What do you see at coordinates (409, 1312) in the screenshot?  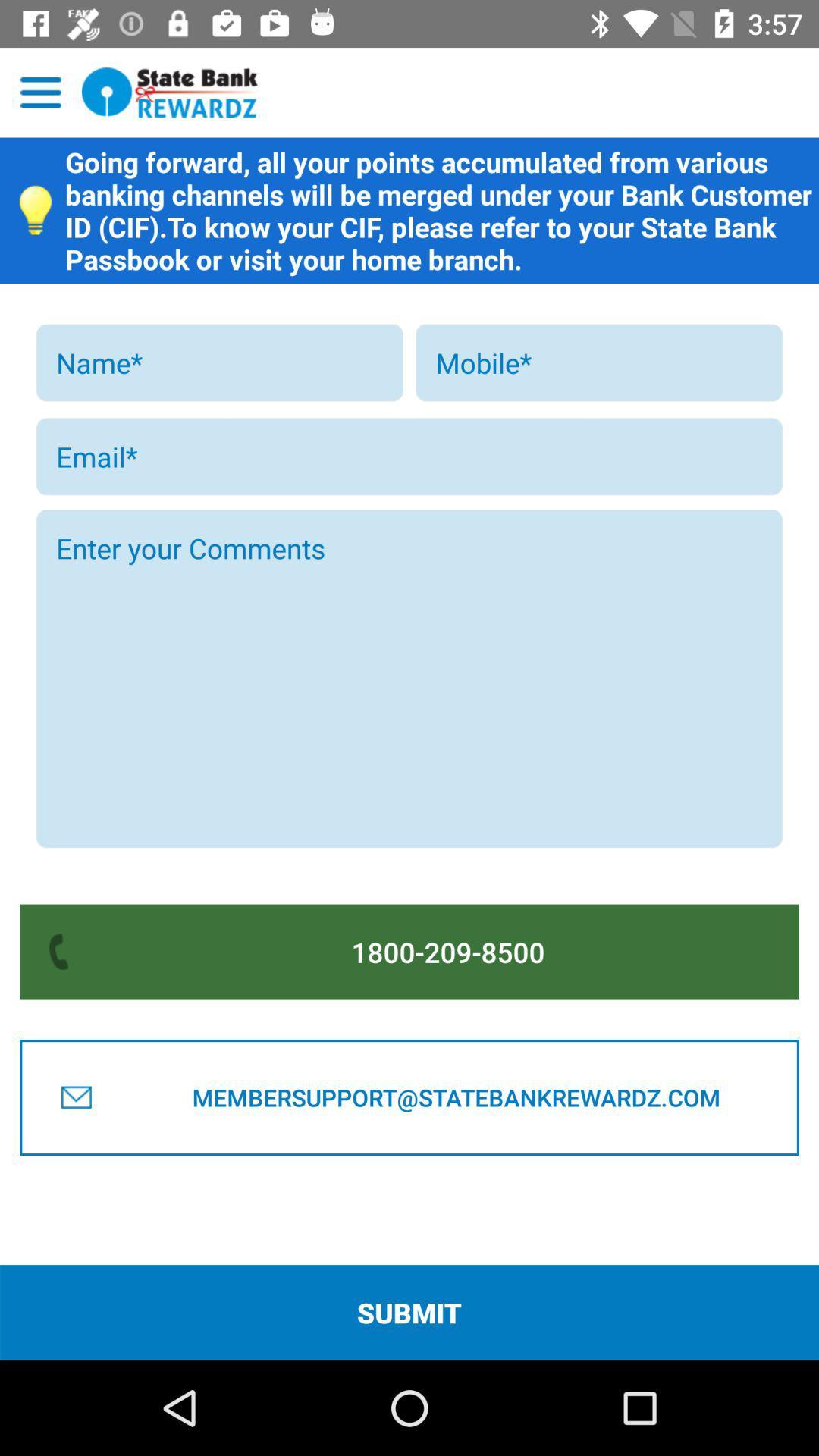 I see `the button below the membersupport@statebankrewardz.com button` at bounding box center [409, 1312].